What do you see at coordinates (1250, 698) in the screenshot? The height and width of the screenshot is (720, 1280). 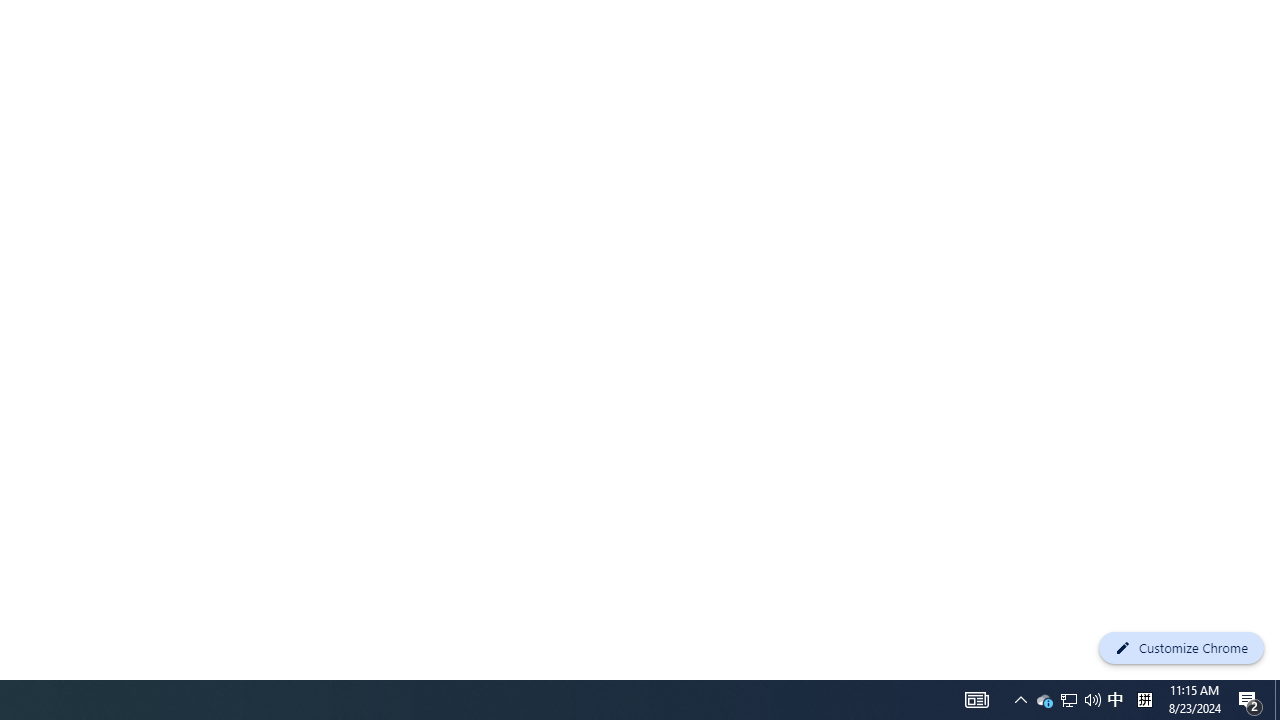 I see `'Show desktop'` at bounding box center [1250, 698].